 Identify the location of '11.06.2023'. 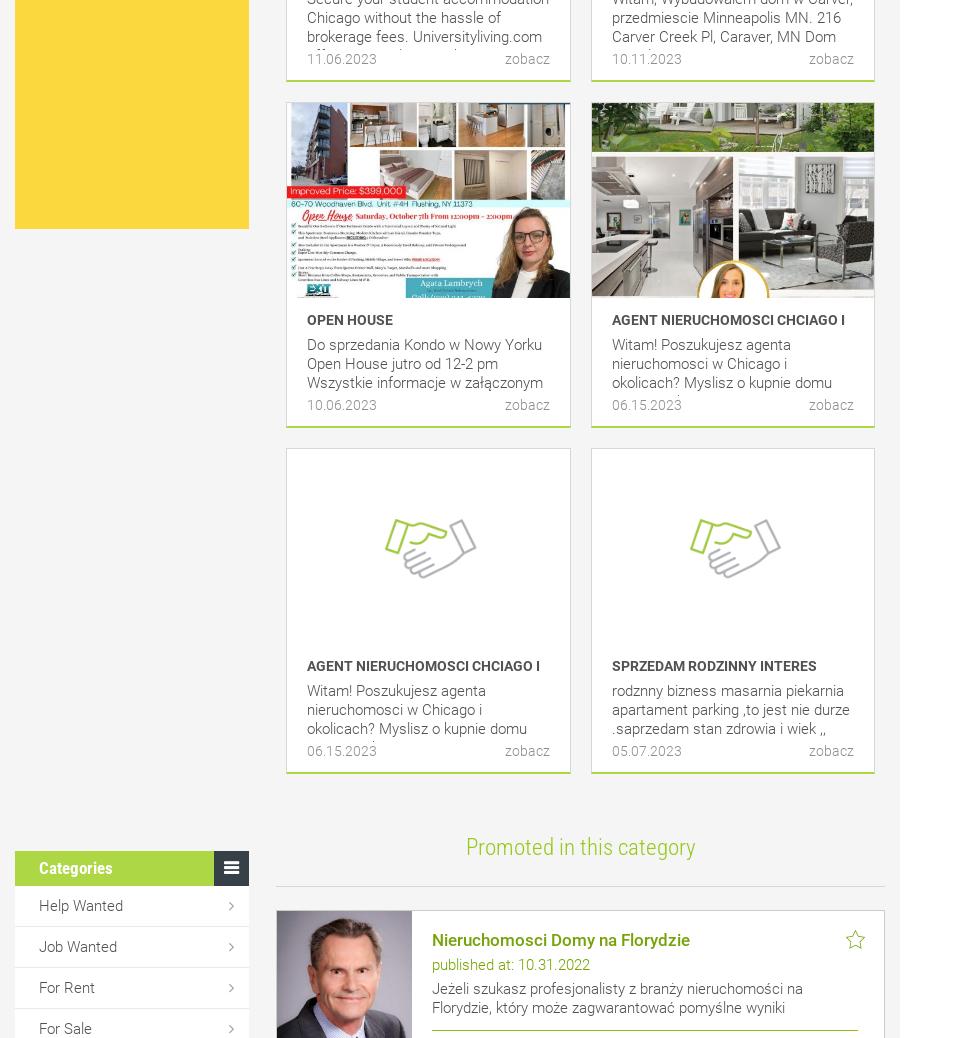
(341, 57).